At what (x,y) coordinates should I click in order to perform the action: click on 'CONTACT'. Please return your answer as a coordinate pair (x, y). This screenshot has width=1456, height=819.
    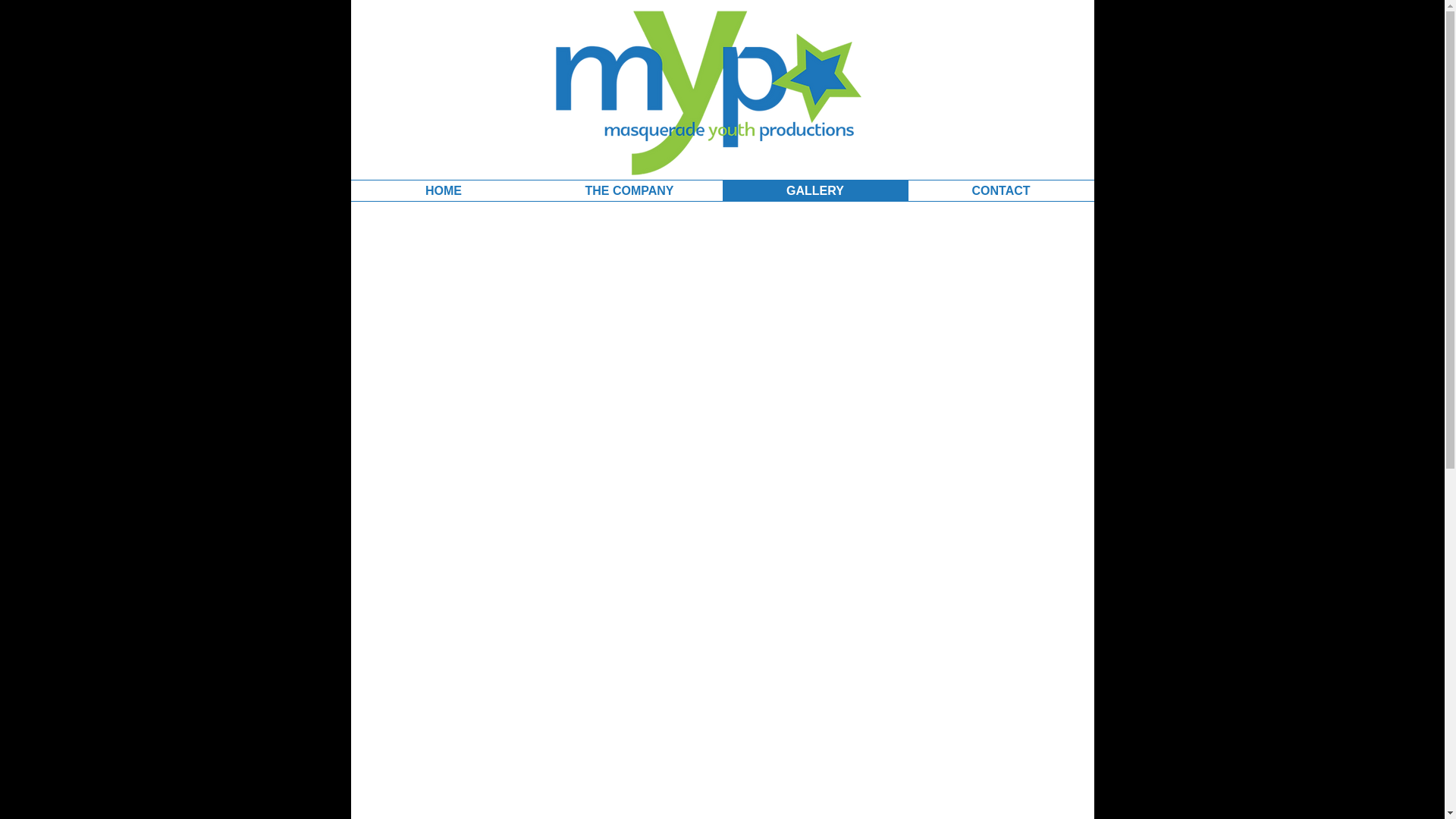
    Looking at the image, I should click on (1001, 190).